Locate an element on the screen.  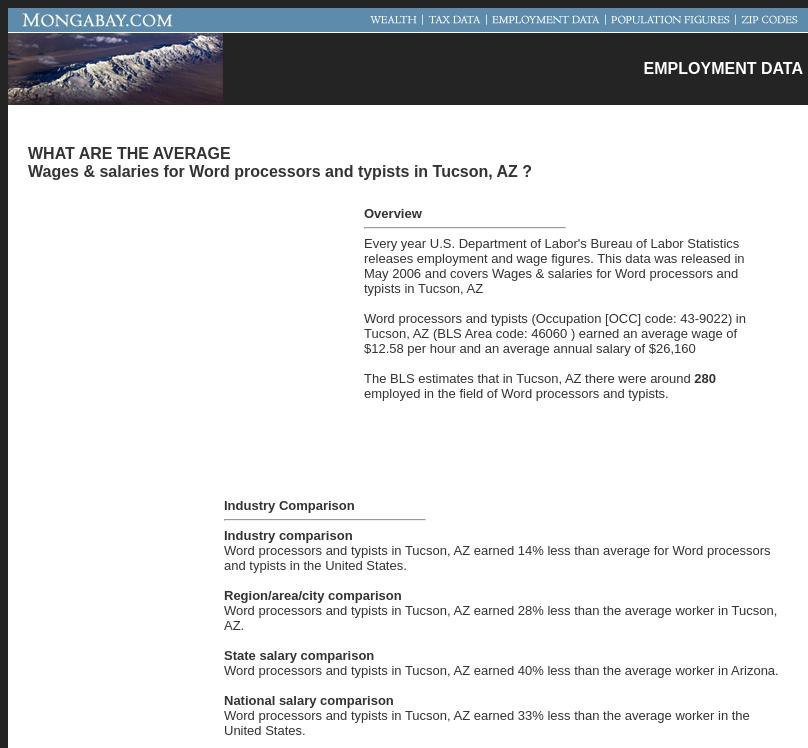
'EMPLOYMENT DATA' is located at coordinates (721, 67).